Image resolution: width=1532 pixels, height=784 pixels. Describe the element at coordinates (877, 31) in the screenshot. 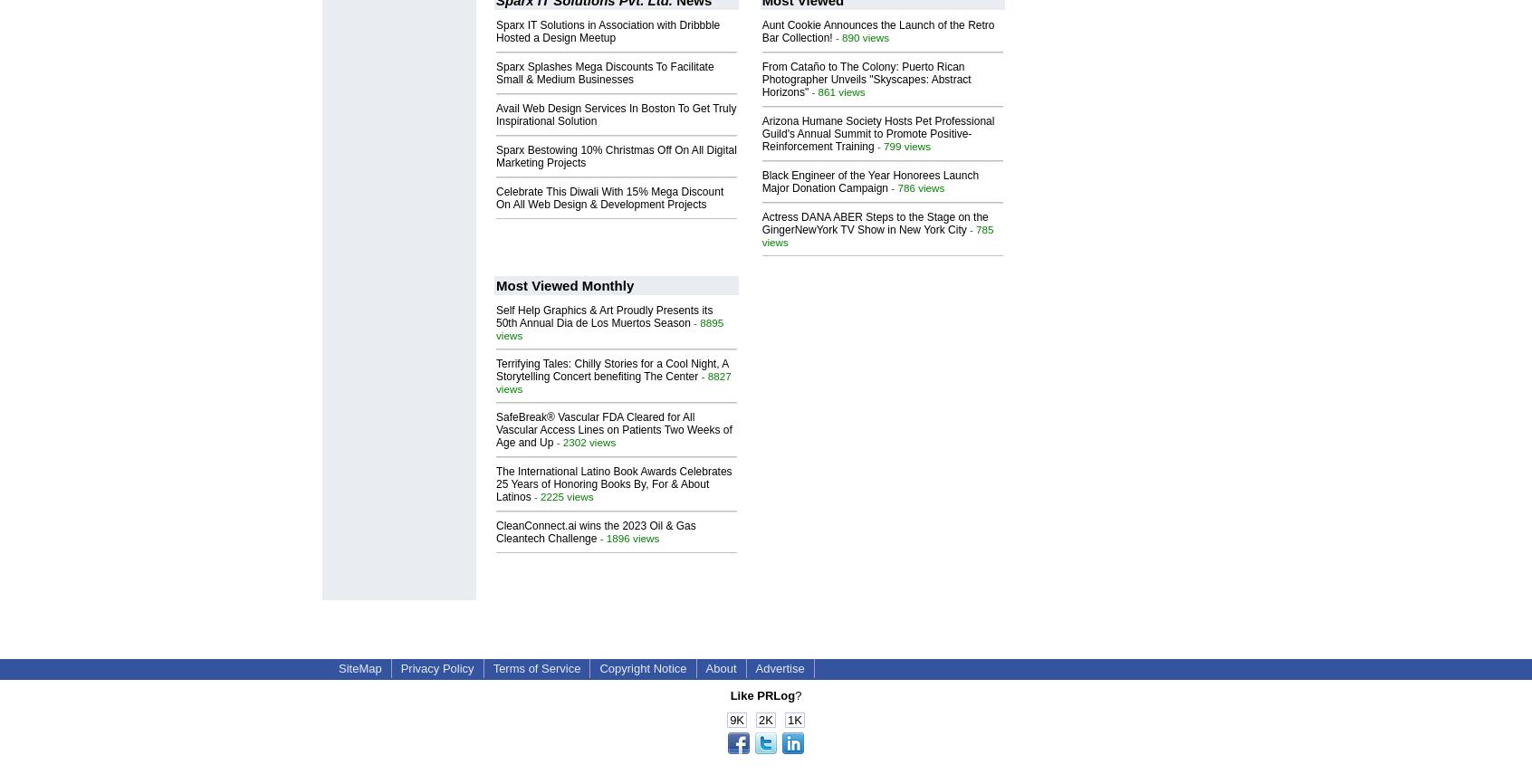

I see `'Aunt Cookie Announces the Launch of the Retro Bar Collection!'` at that location.